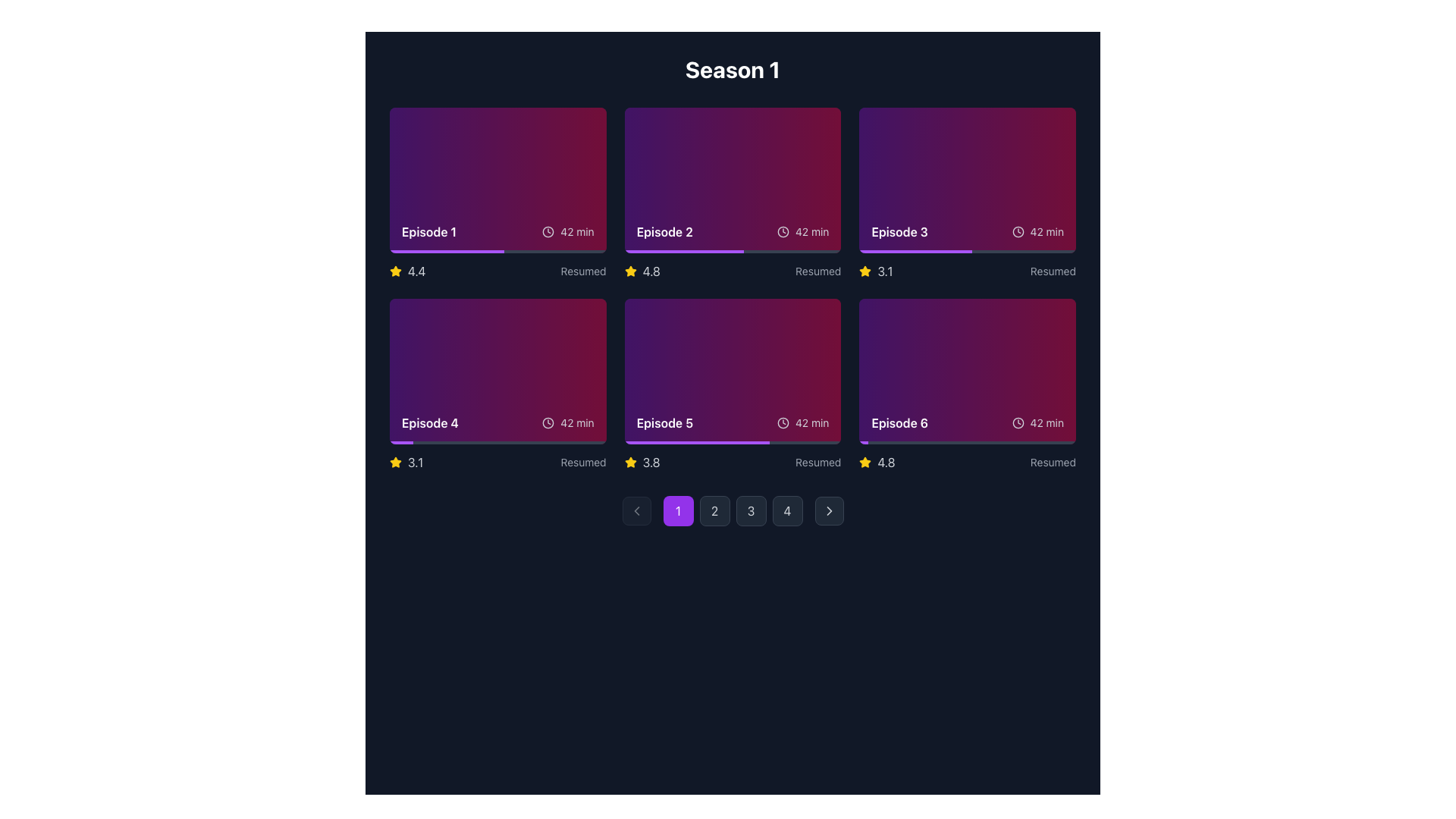  What do you see at coordinates (967, 193) in the screenshot?
I see `the card displaying 'Episode 3' with a gradient background in the top row, third column of the grid` at bounding box center [967, 193].